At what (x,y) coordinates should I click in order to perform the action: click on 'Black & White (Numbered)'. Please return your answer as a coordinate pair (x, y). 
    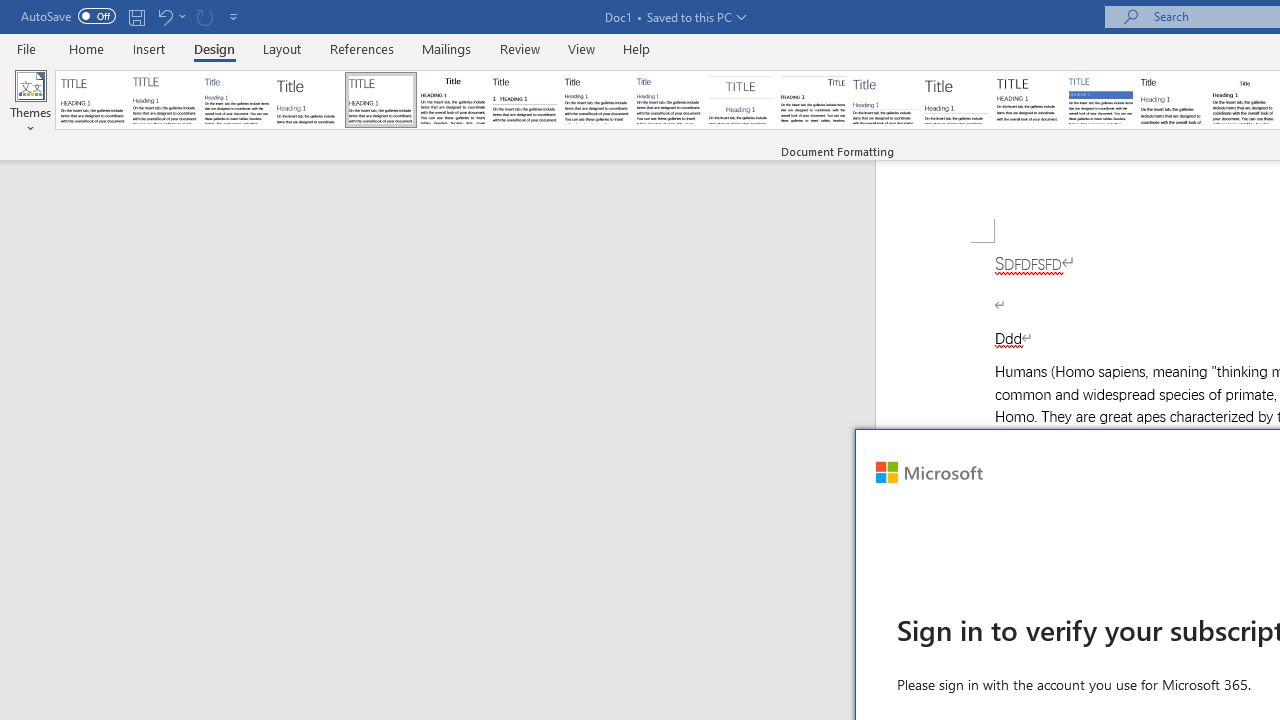
    Looking at the image, I should click on (524, 100).